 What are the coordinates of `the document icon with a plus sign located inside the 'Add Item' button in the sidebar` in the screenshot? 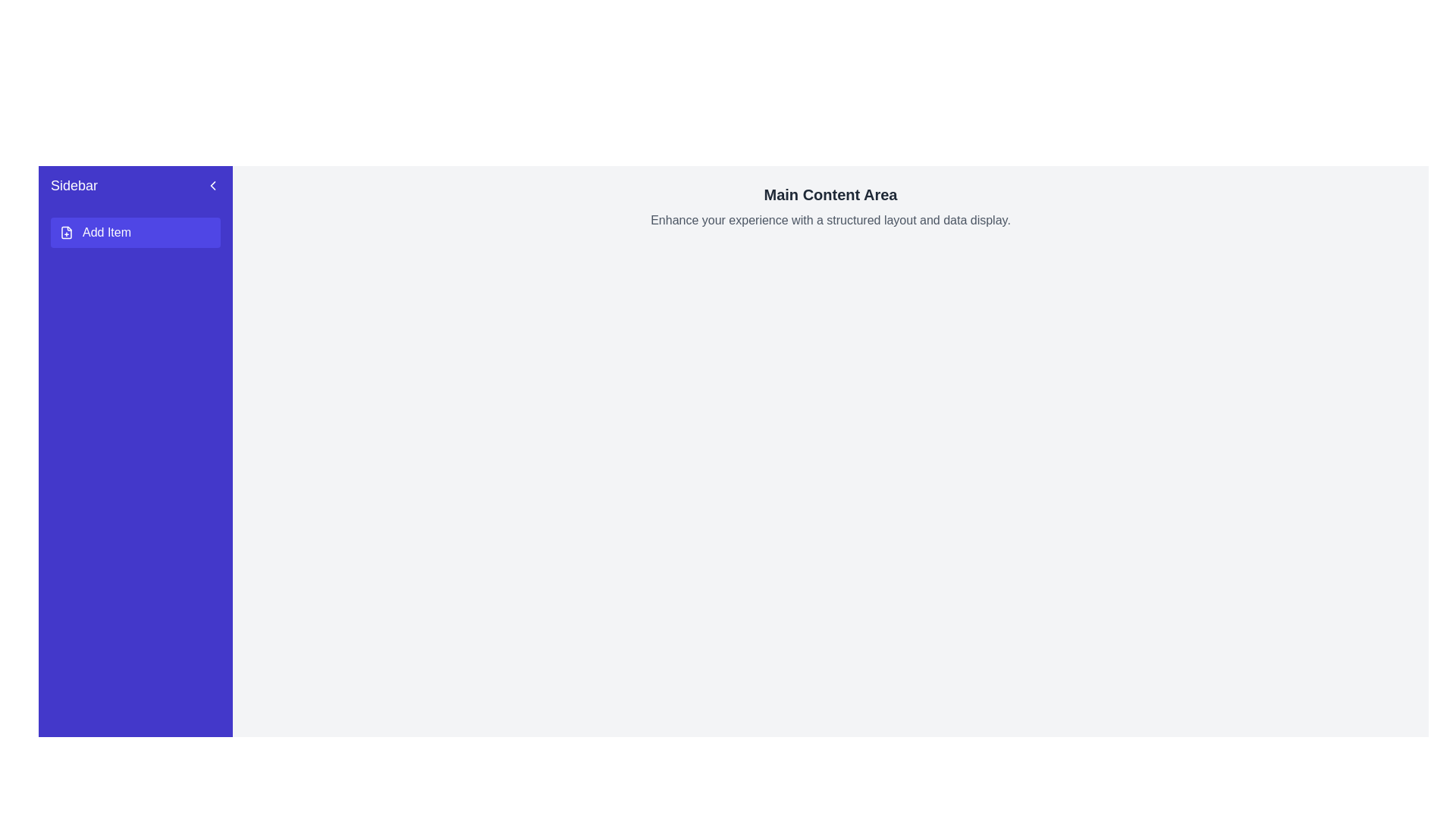 It's located at (65, 233).